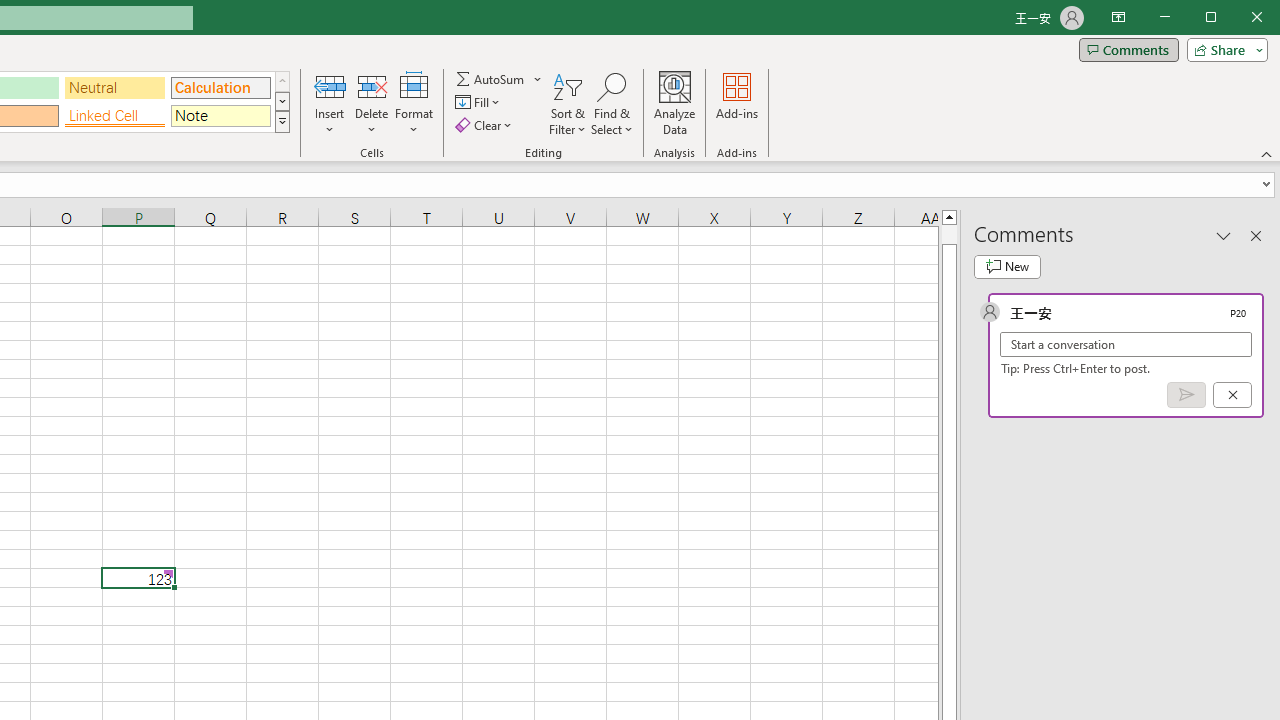  What do you see at coordinates (1126, 343) in the screenshot?
I see `'Start a conversation'` at bounding box center [1126, 343].